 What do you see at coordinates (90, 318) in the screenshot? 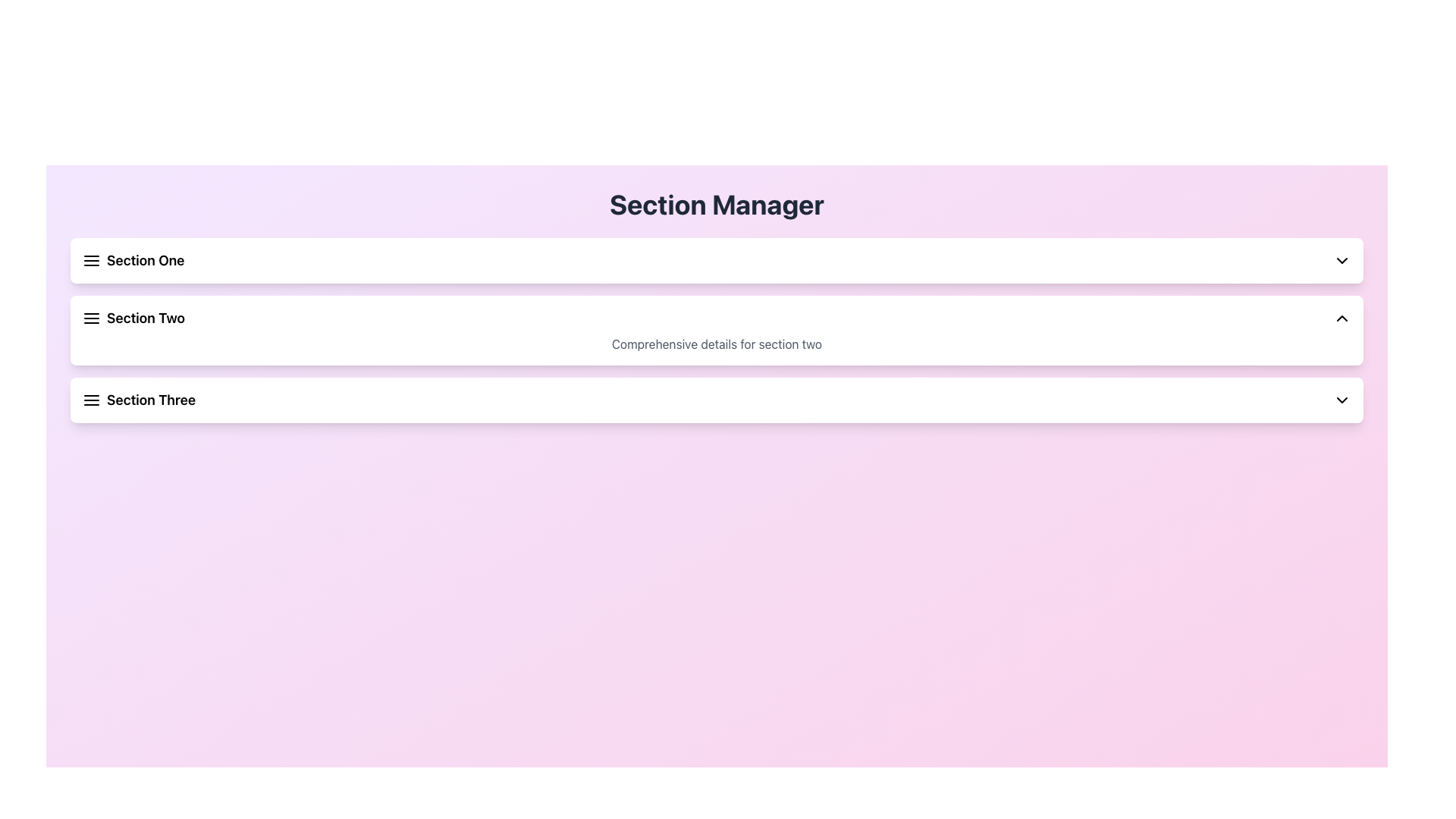
I see `the icon that serves as a visual indicator for the 'Section Two' section, located to the left of its title` at bounding box center [90, 318].